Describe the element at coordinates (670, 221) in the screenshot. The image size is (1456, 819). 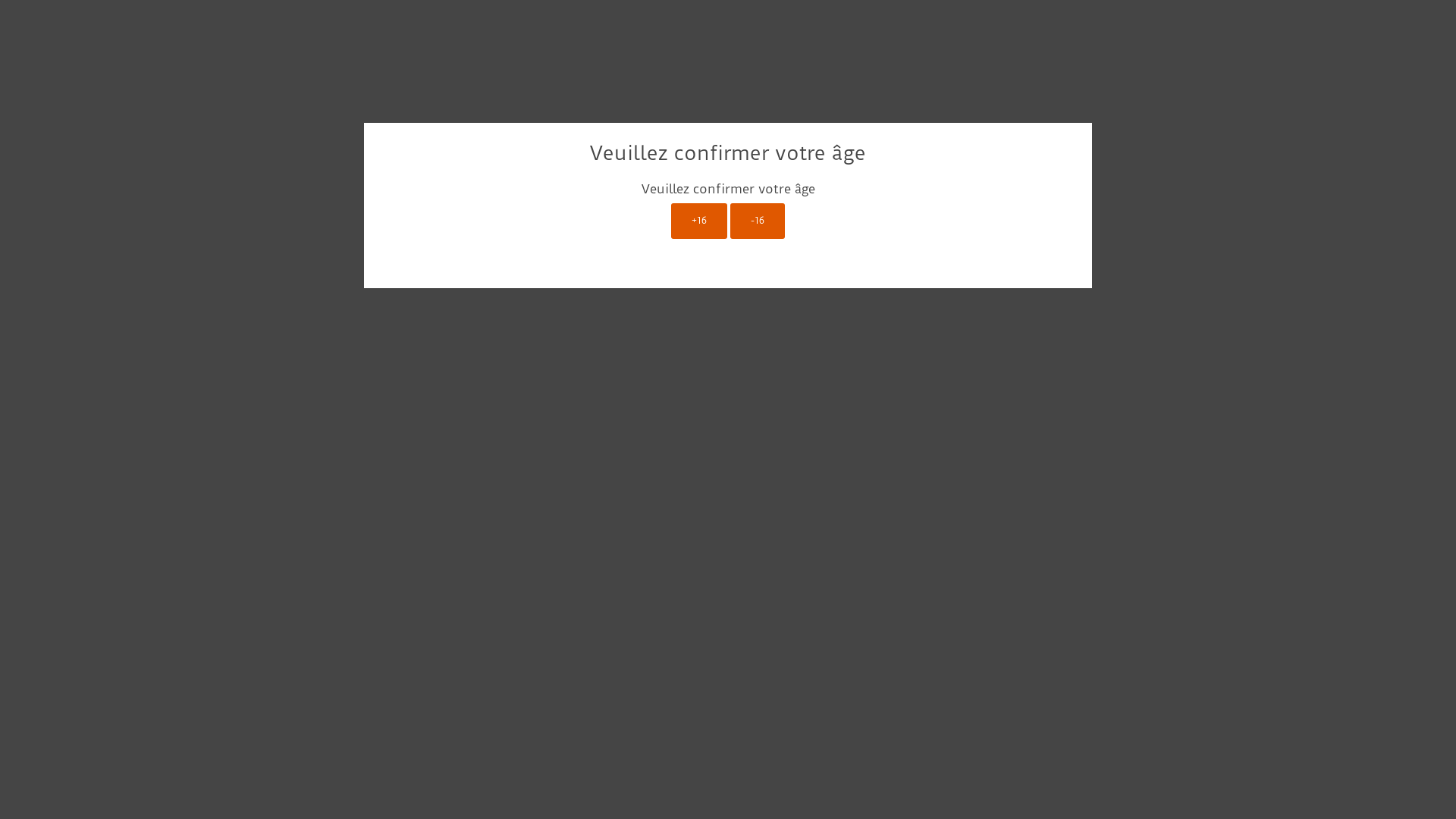
I see `'+16'` at that location.